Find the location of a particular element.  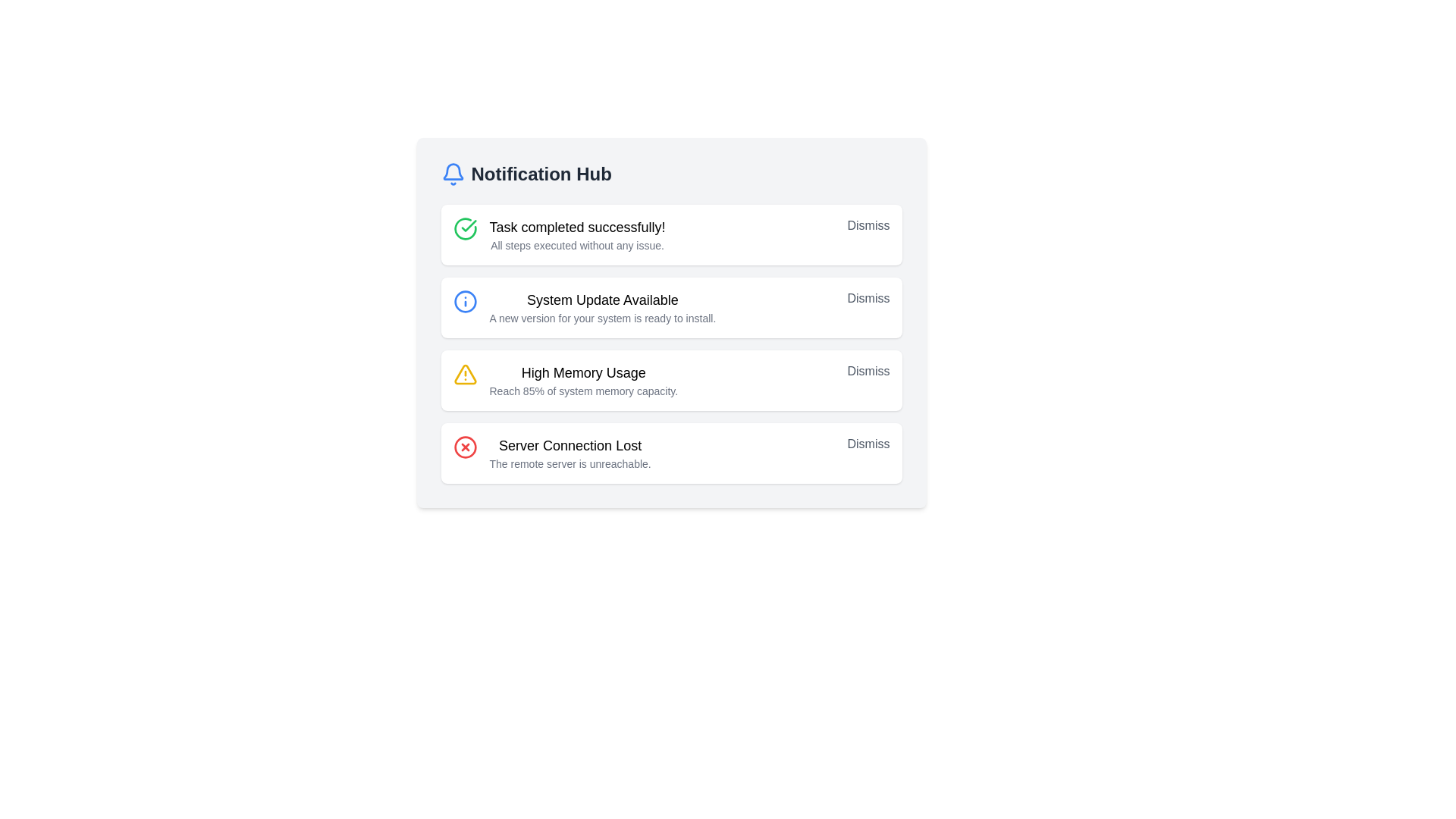

the gray text label stating 'Reach 85% of system memory capacity.' located in the third notification card of the 'Notification Hub' interface is located at coordinates (582, 391).